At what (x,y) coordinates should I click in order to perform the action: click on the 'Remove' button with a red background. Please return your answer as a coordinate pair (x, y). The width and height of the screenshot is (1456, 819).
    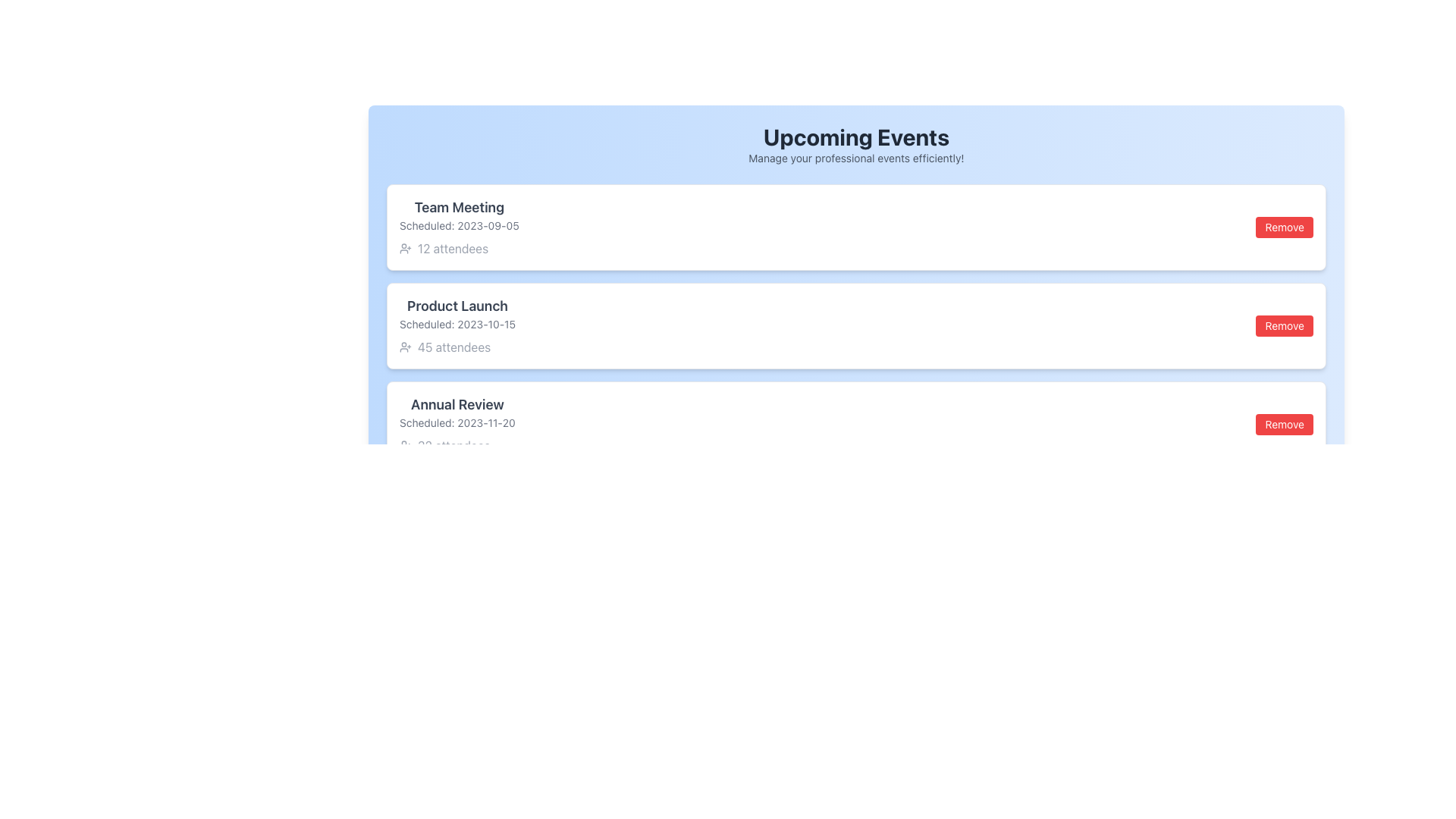
    Looking at the image, I should click on (1284, 227).